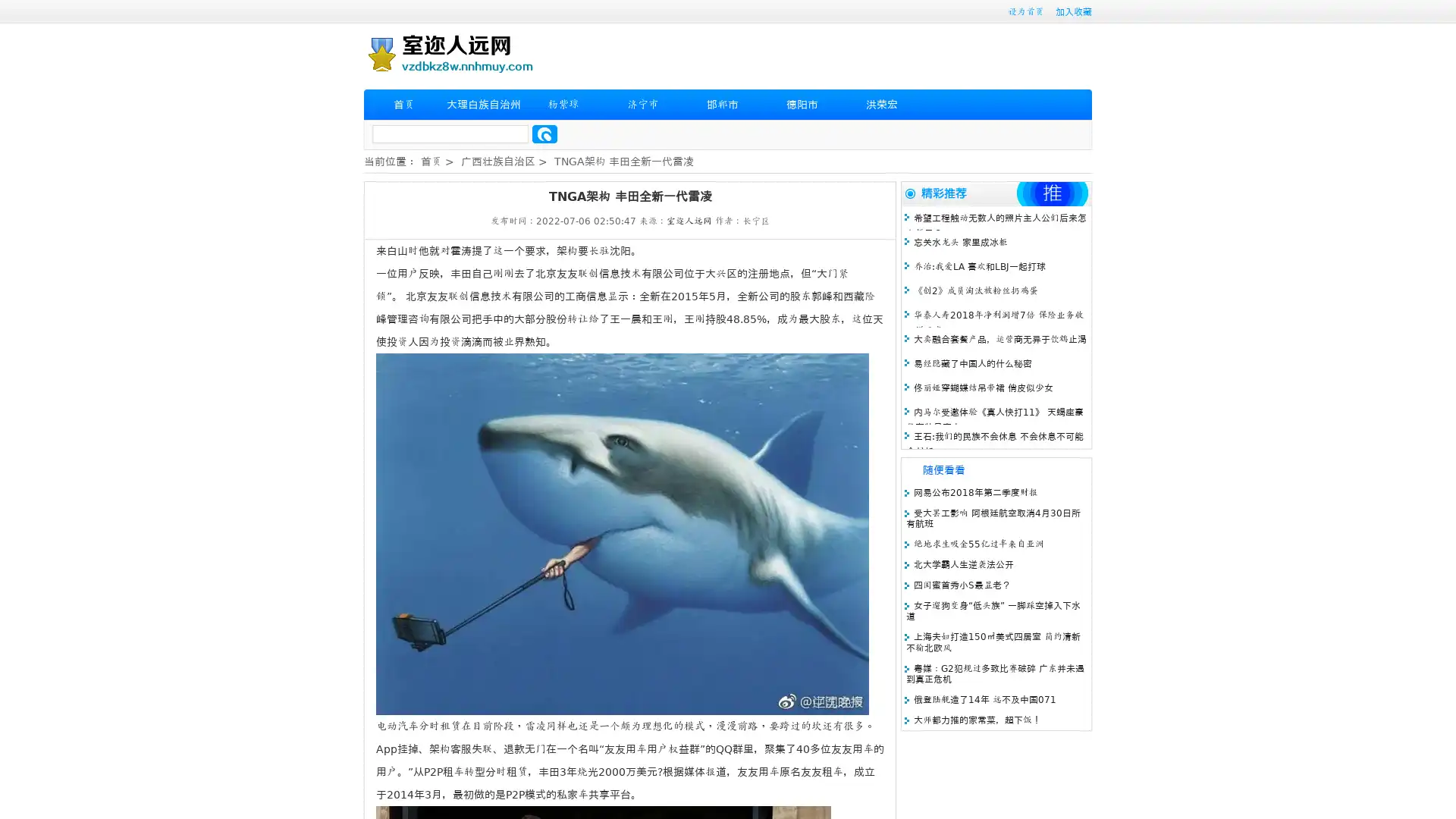 The width and height of the screenshot is (1456, 819). What do you see at coordinates (544, 133) in the screenshot?
I see `Search` at bounding box center [544, 133].